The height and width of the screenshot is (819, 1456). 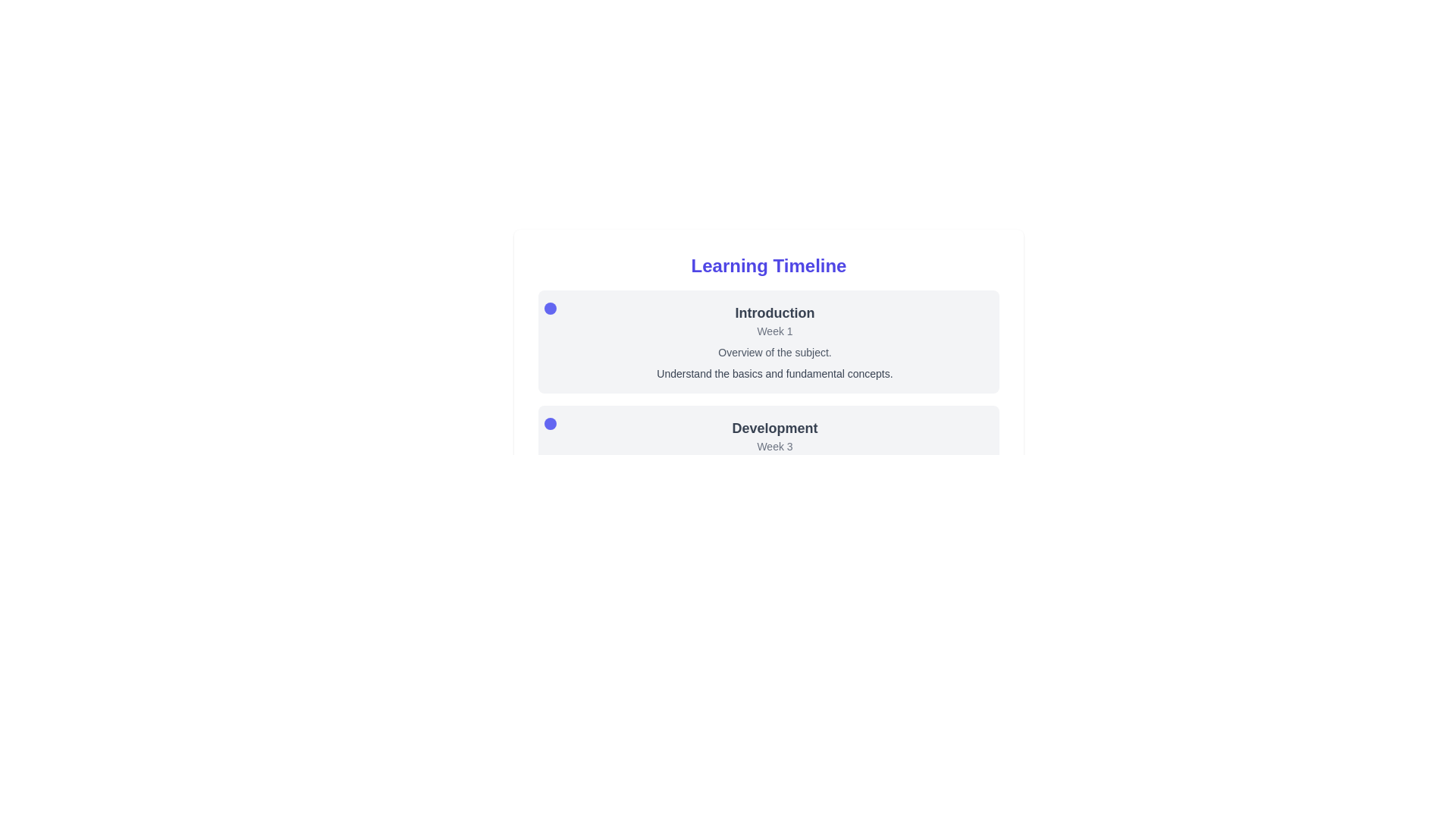 What do you see at coordinates (768, 456) in the screenshot?
I see `the Text-block that displays 'Development' in bold dark gray and 'Week 3' in smaller light gray font, located below the 'Introduction' box and above the 'Application' box` at bounding box center [768, 456].